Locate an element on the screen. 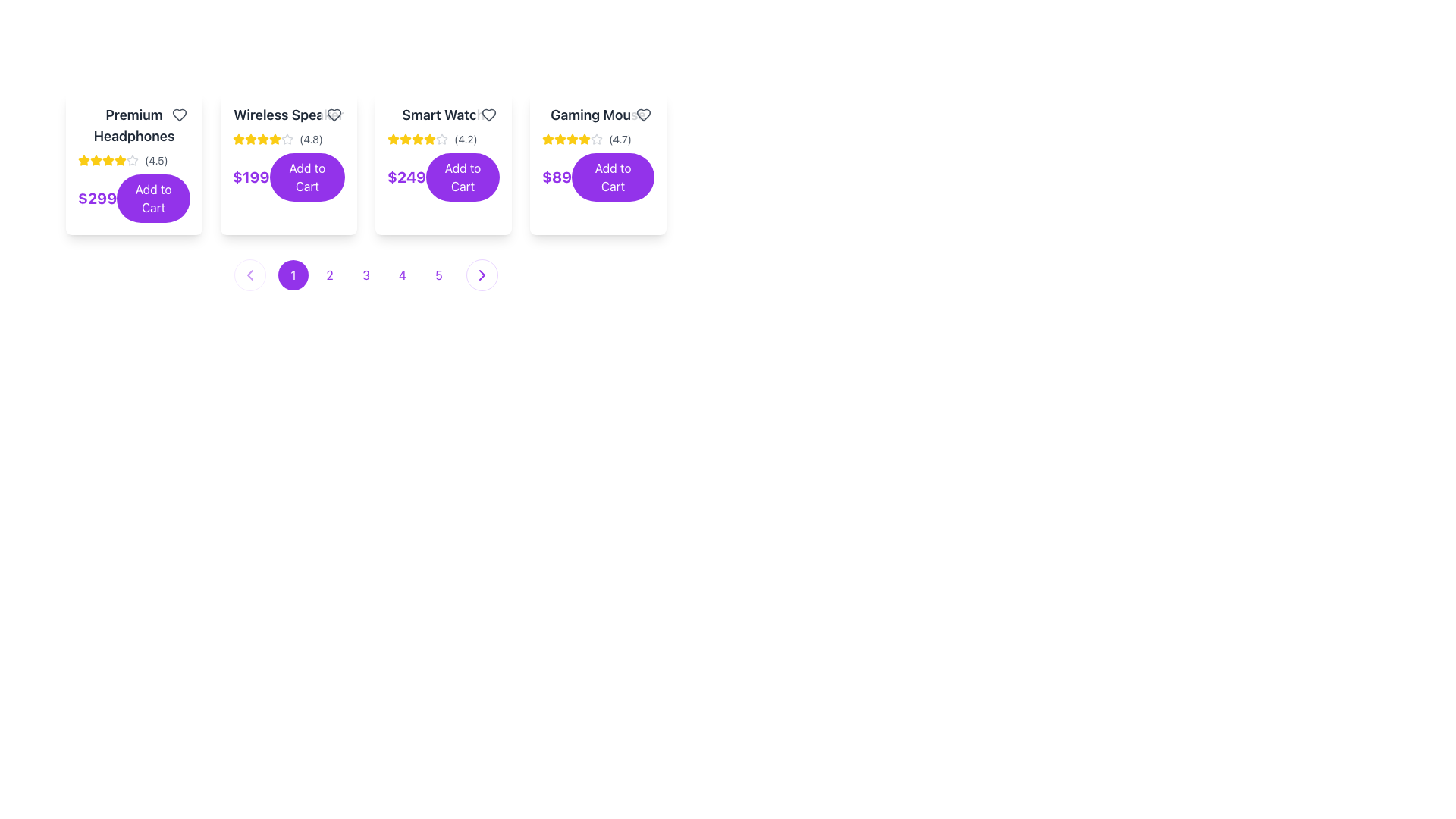 The height and width of the screenshot is (819, 1456). the fifth star icon of the star-rating system located beneath the 'Wireless Speaker' title is located at coordinates (262, 140).